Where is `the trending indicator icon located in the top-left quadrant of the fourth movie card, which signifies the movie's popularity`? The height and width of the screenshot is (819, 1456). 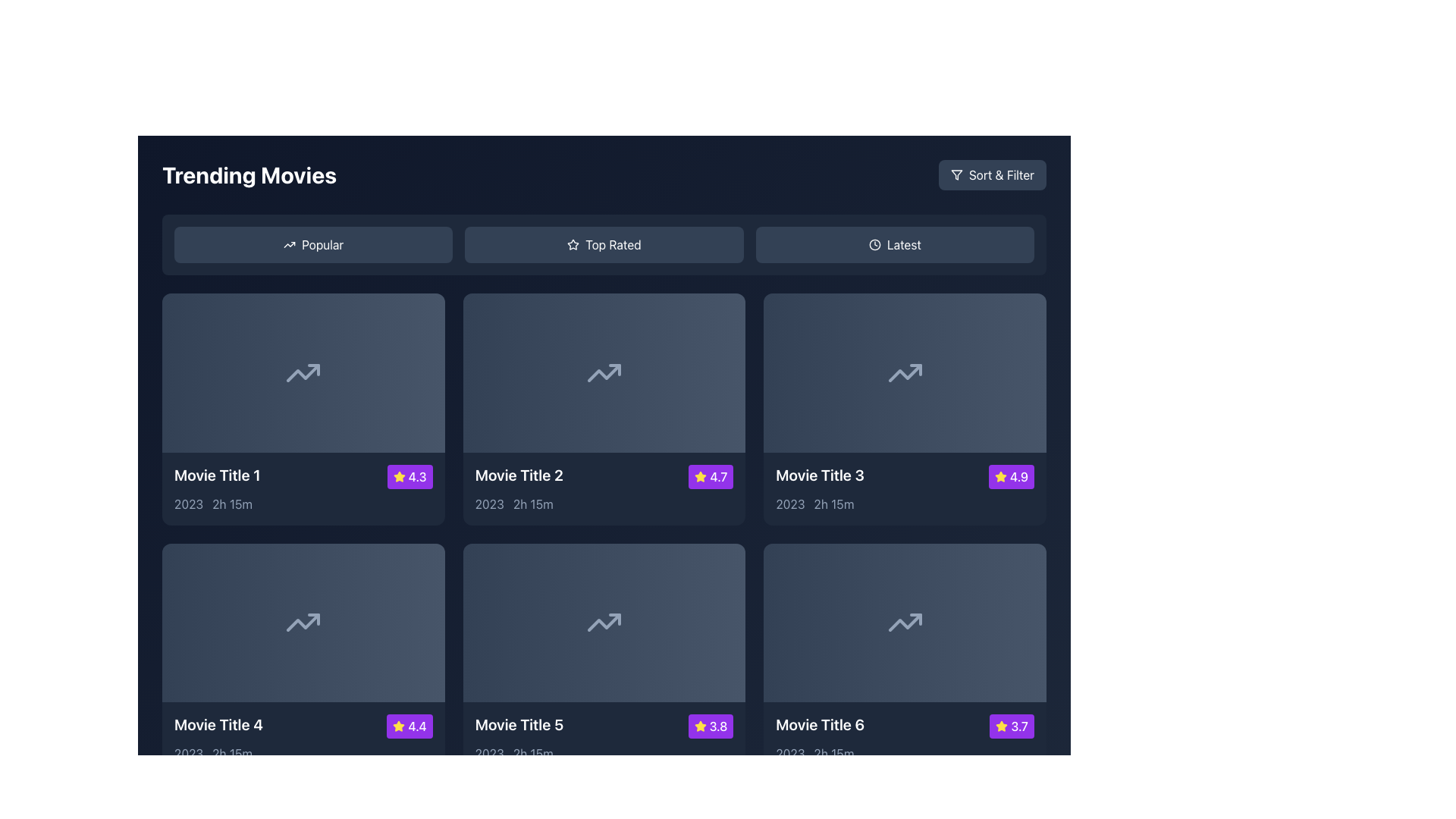
the trending indicator icon located in the top-left quadrant of the fourth movie card, which signifies the movie's popularity is located at coordinates (303, 623).